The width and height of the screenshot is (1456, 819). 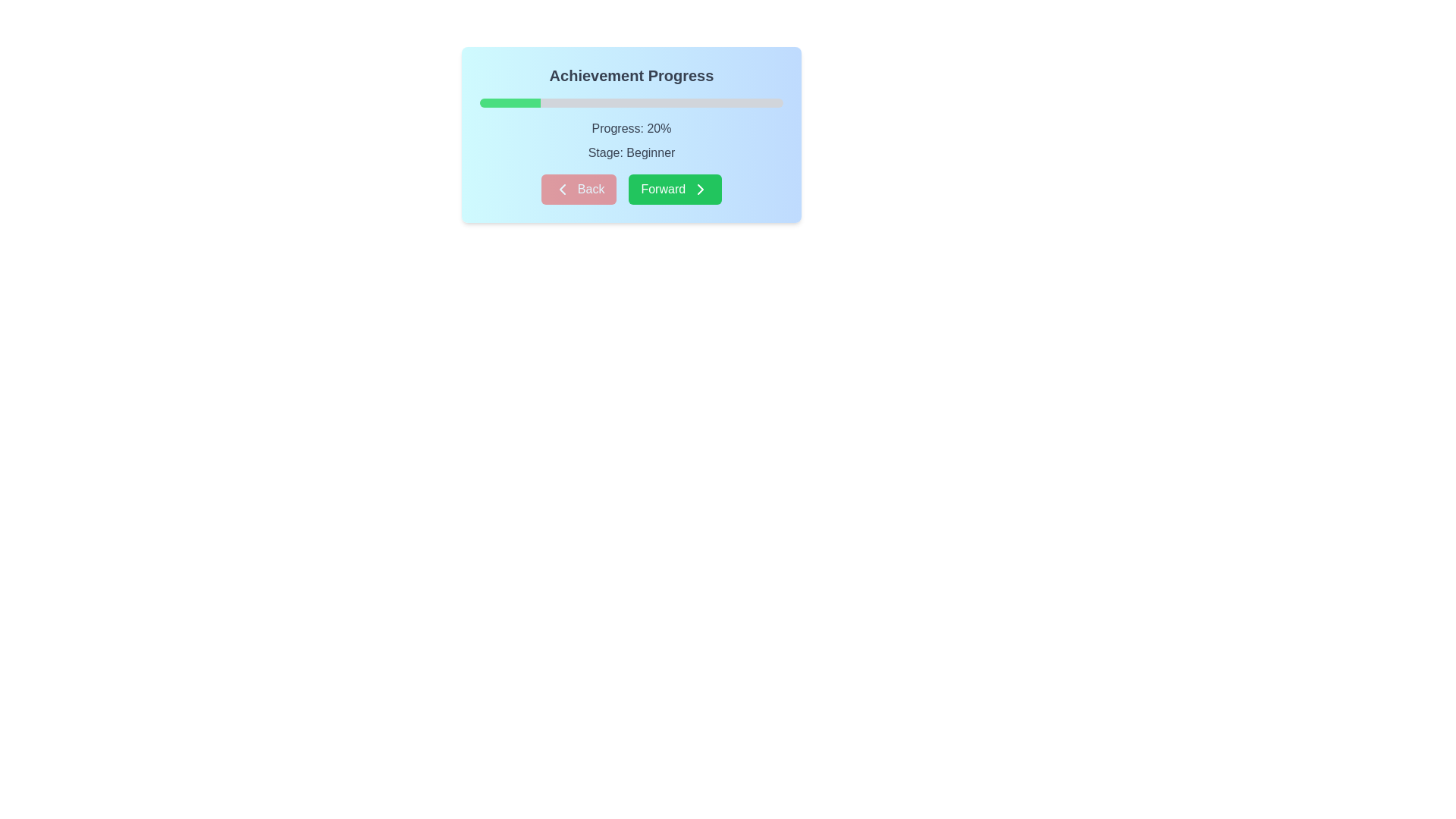 I want to click on the centrally located Button Group at the bottom of the panel, so click(x=632, y=189).